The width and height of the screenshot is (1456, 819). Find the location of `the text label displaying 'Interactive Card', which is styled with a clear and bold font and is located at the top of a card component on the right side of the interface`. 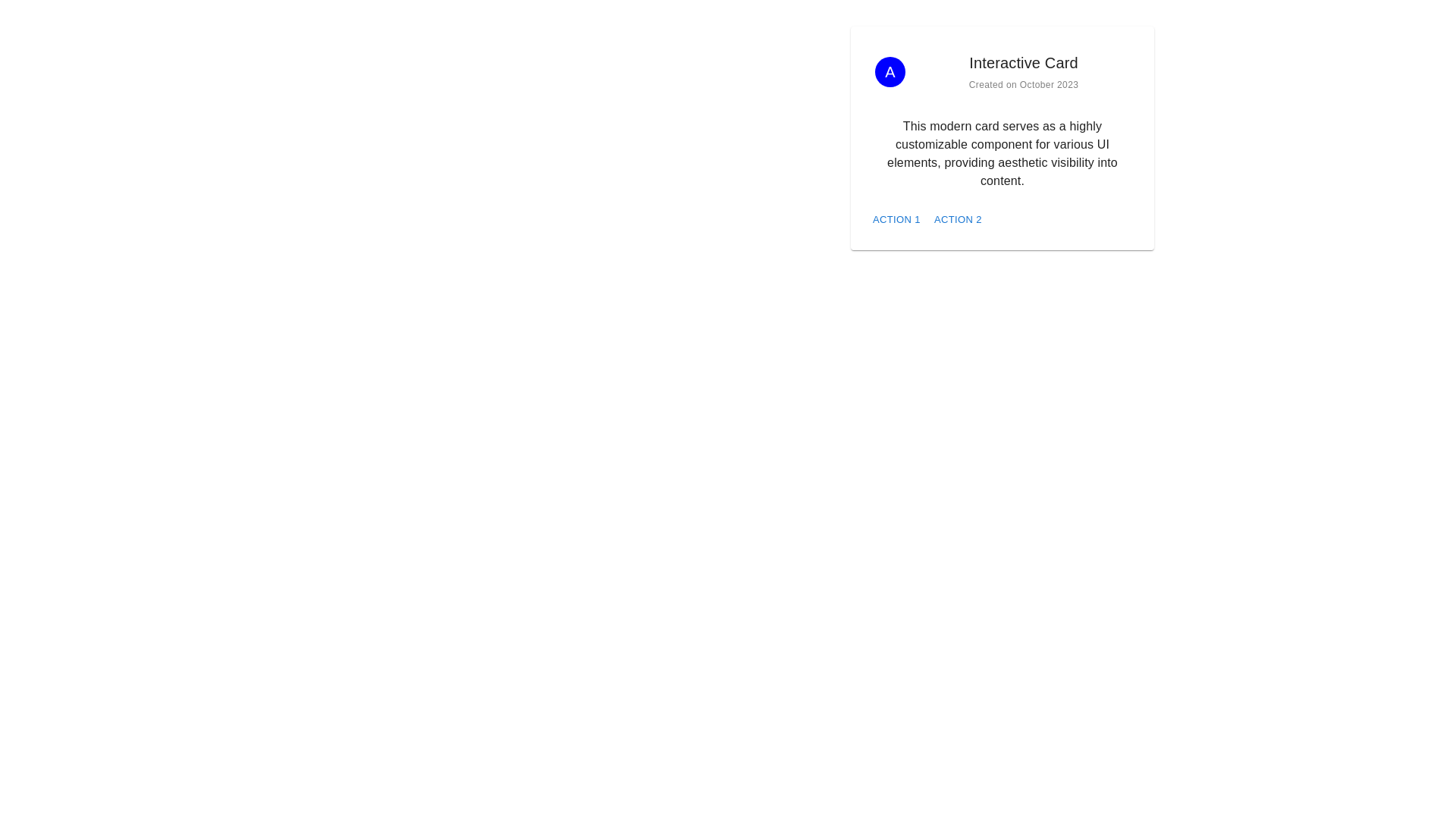

the text label displaying 'Interactive Card', which is styled with a clear and bold font and is located at the top of a card component on the right side of the interface is located at coordinates (1023, 62).